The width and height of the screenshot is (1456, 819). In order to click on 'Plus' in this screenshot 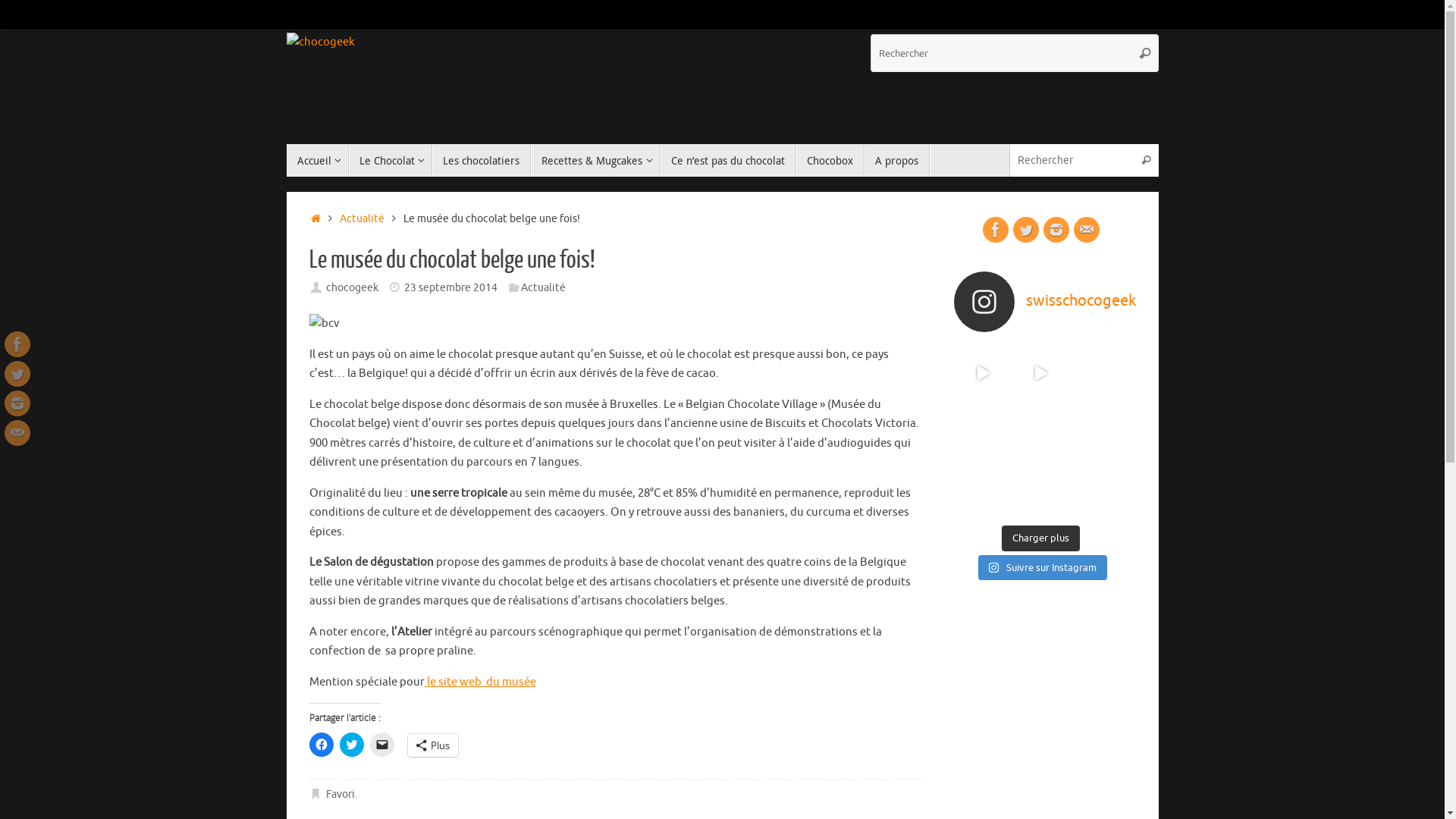, I will do `click(432, 745)`.